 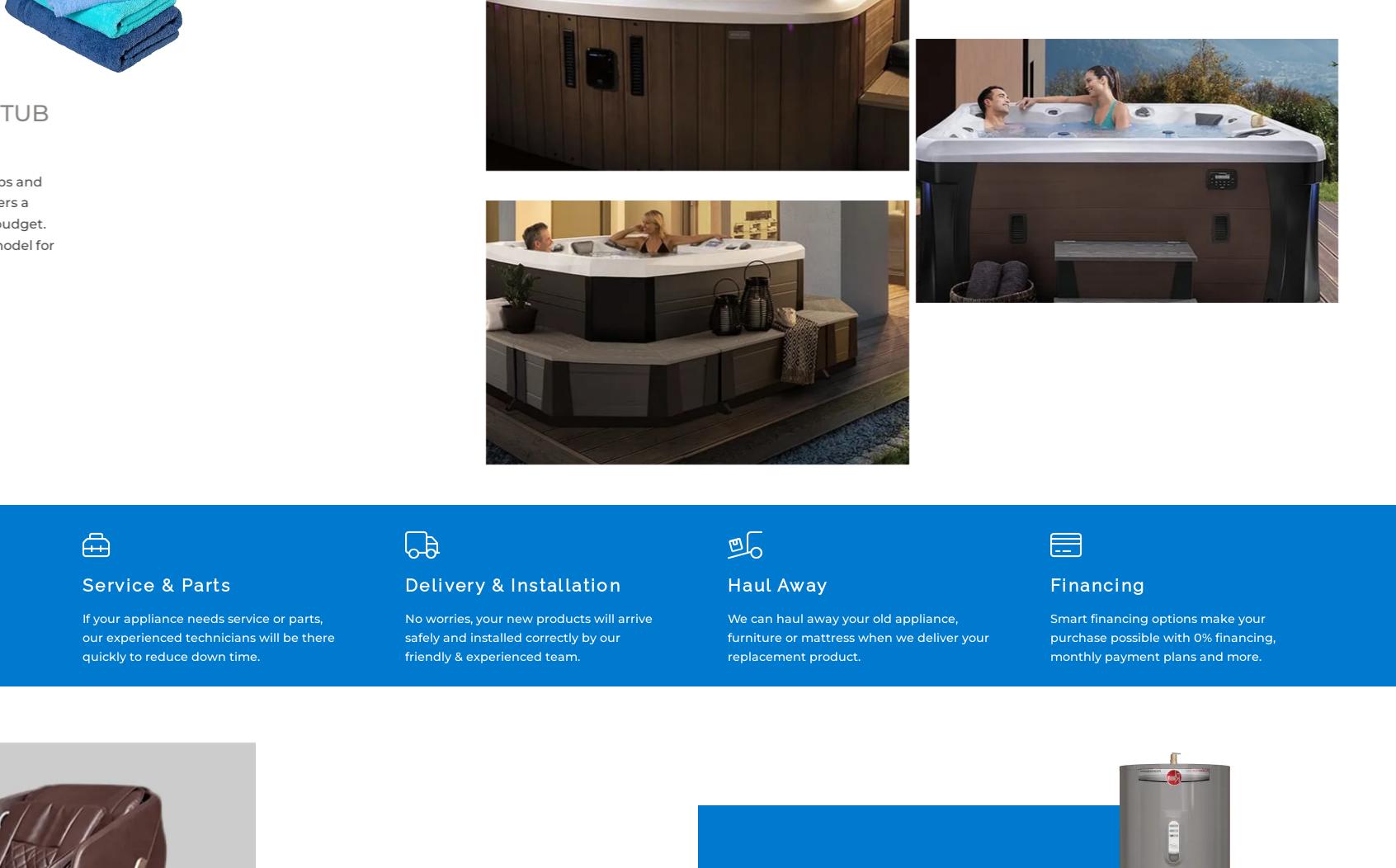 I want to click on 'Haul Away', so click(x=777, y=585).